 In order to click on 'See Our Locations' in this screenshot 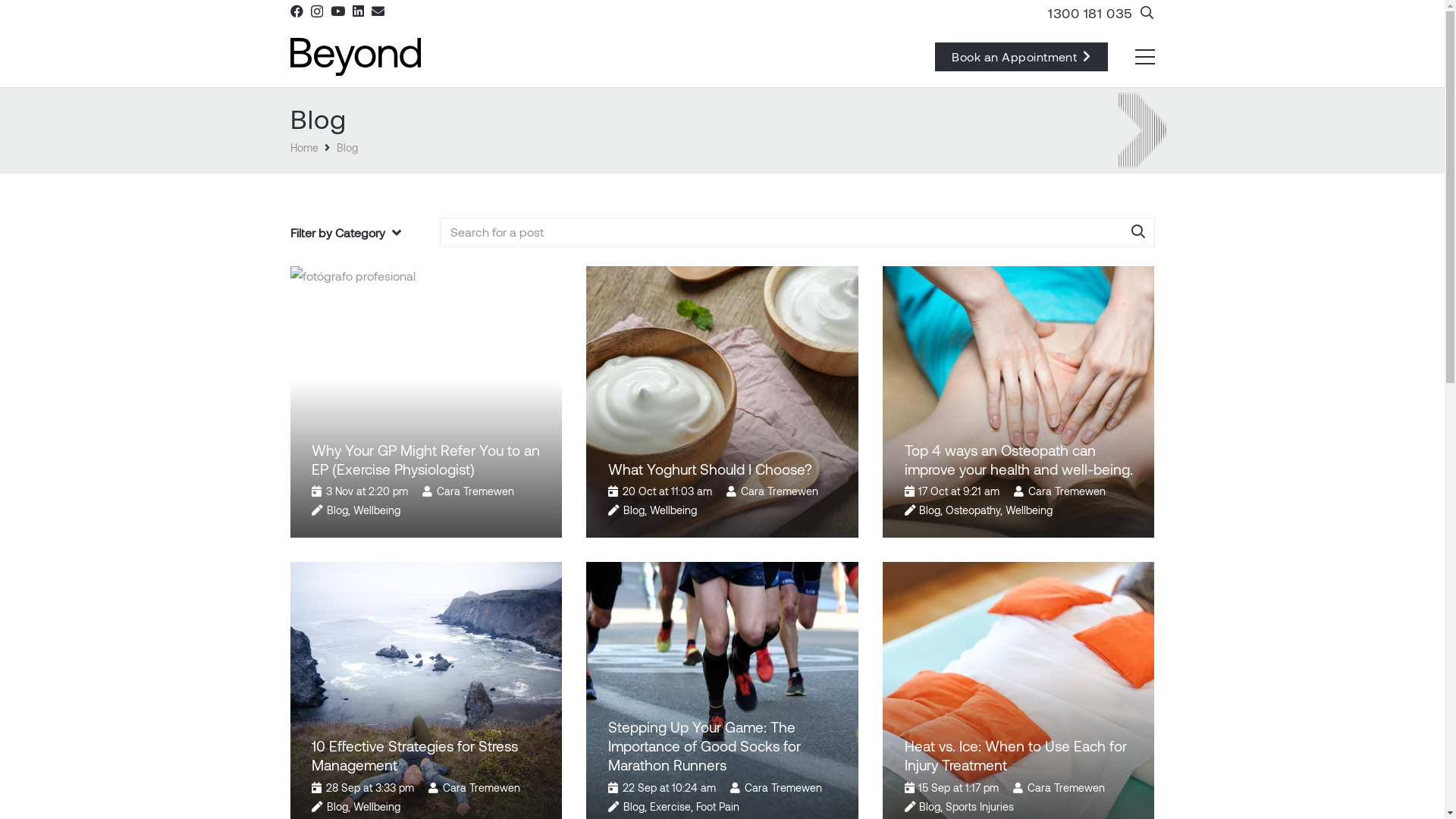, I will do `click(827, 629)`.